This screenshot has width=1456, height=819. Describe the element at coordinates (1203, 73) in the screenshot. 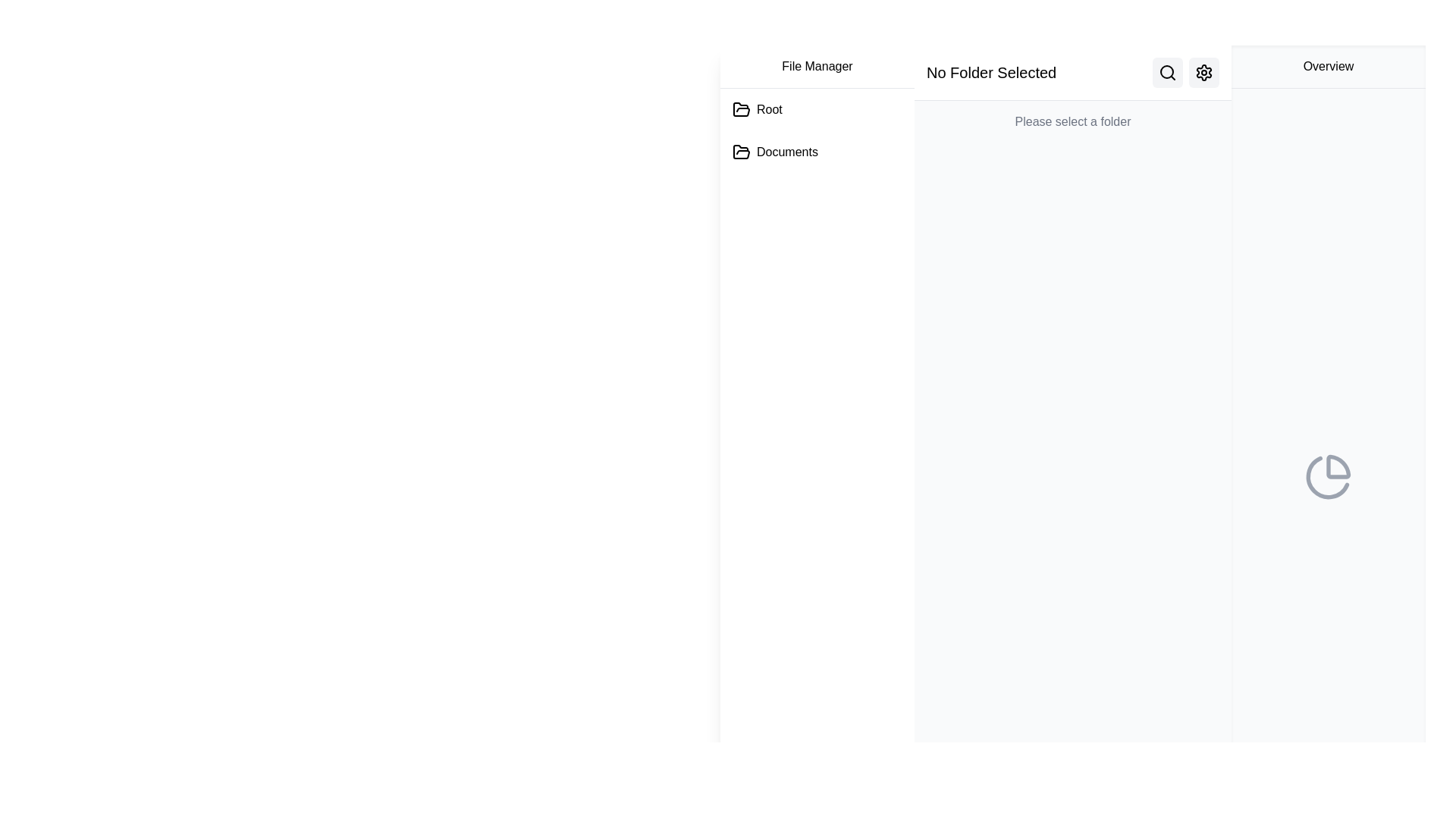

I see `the gear or settings icon located in the top-right corner of the user interface` at that location.